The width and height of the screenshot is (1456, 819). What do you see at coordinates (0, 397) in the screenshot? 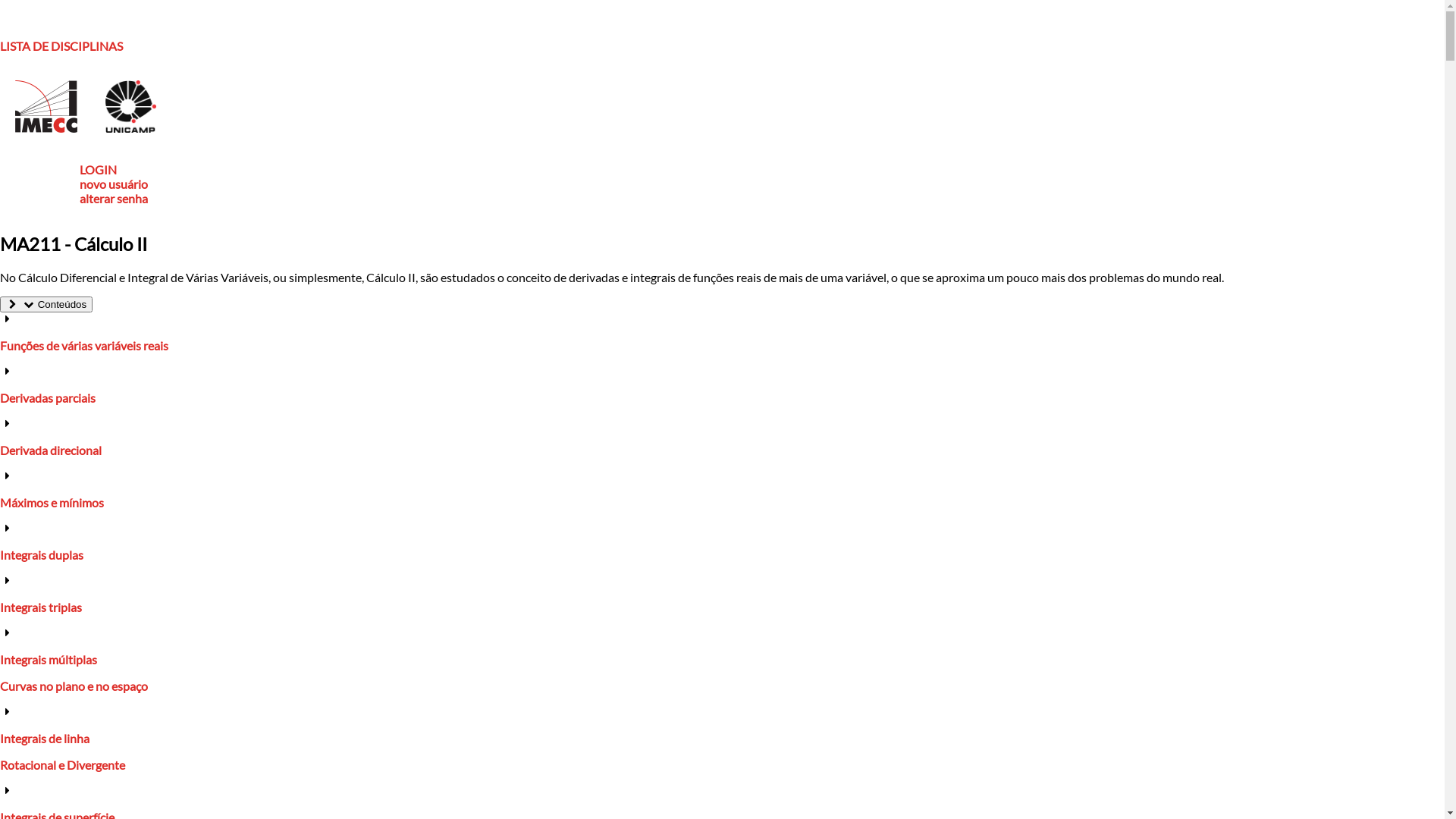
I see `'Derivadas parciais'` at bounding box center [0, 397].